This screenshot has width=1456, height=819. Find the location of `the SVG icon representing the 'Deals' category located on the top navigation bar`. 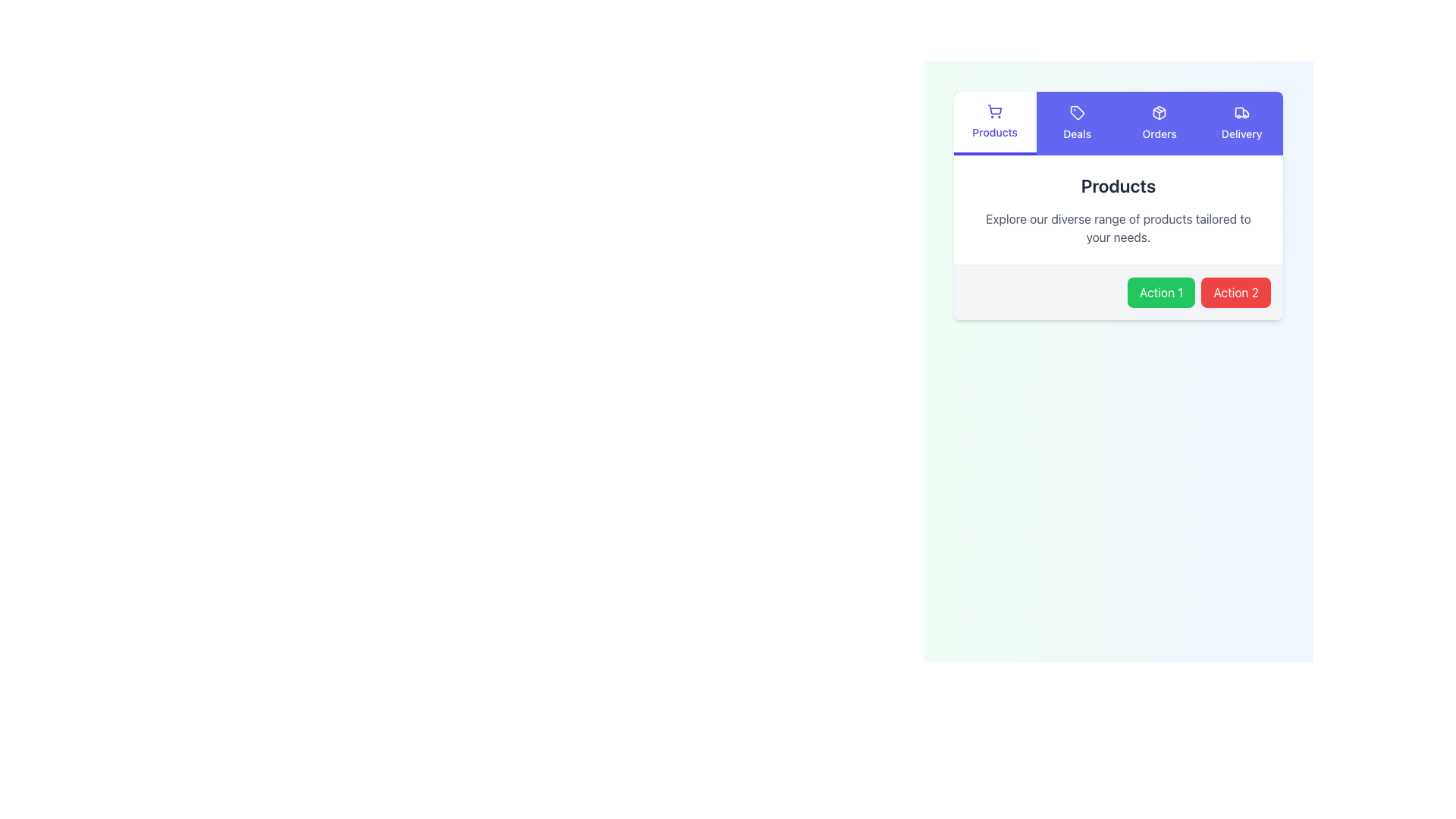

the SVG icon representing the 'Deals' category located on the top navigation bar is located at coordinates (1076, 112).